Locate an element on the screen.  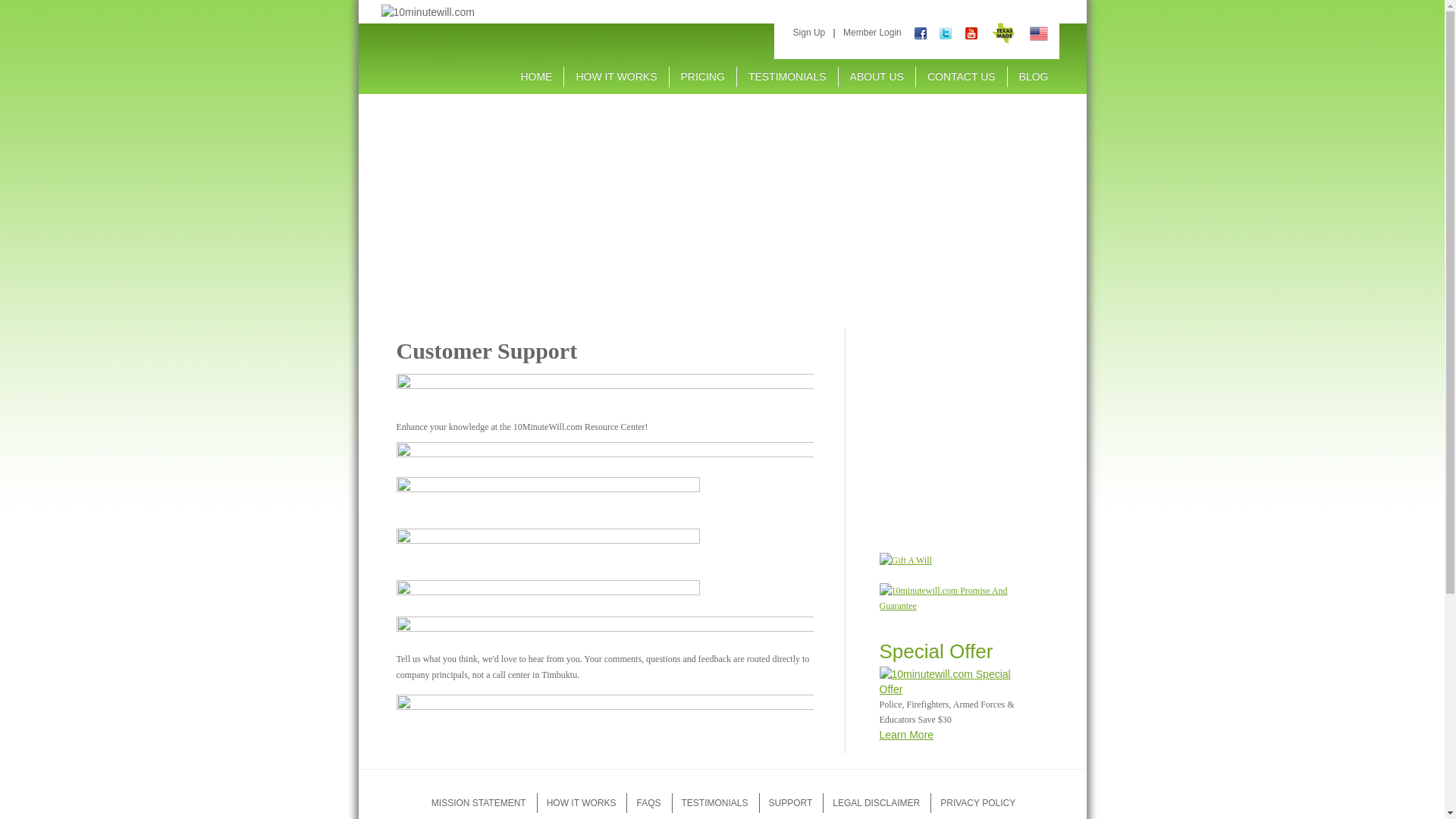
'Member Login' is located at coordinates (872, 32).